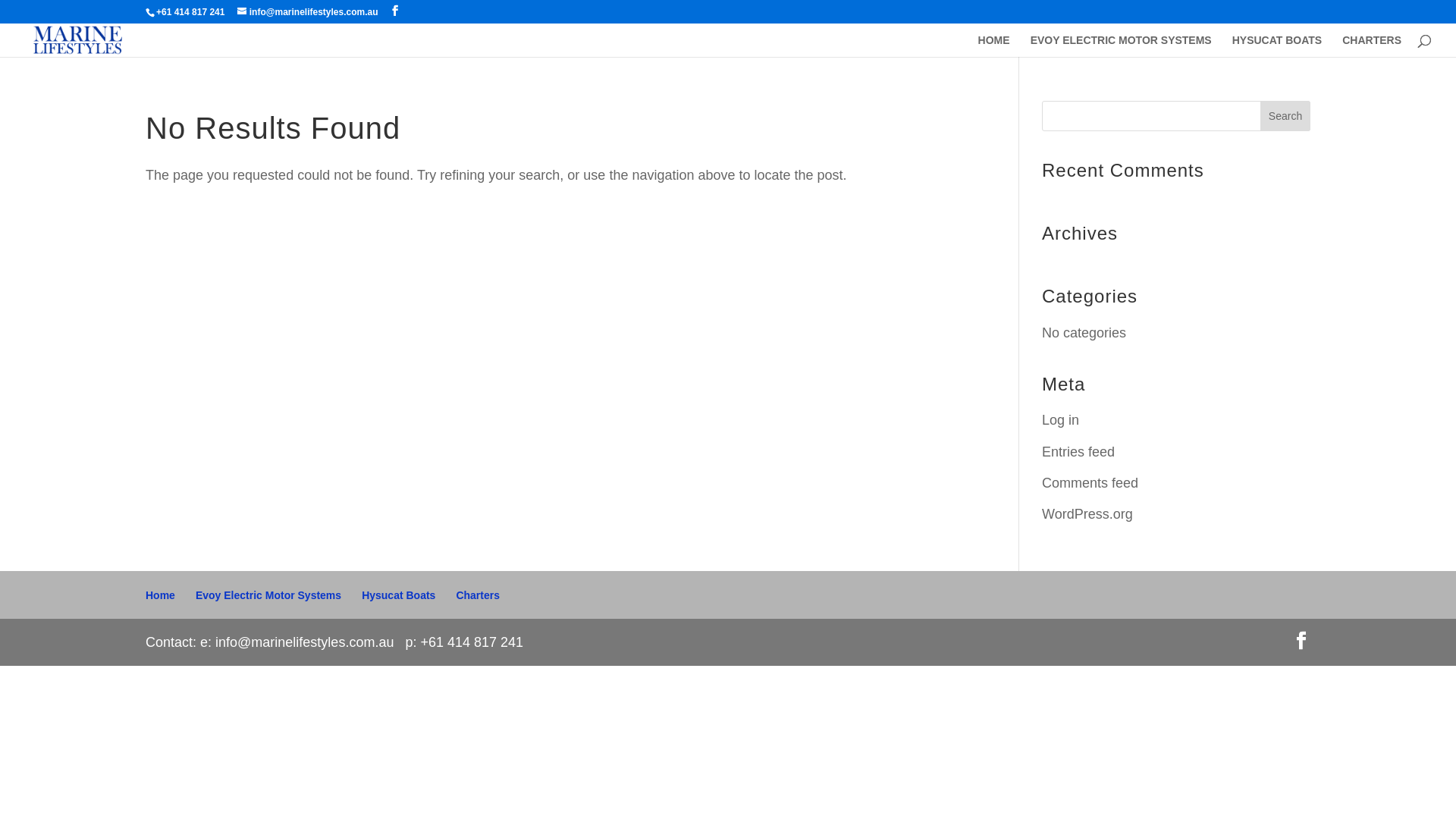 The height and width of the screenshot is (819, 1456). What do you see at coordinates (1276, 45) in the screenshot?
I see `'HYSUCAT BOATS'` at bounding box center [1276, 45].